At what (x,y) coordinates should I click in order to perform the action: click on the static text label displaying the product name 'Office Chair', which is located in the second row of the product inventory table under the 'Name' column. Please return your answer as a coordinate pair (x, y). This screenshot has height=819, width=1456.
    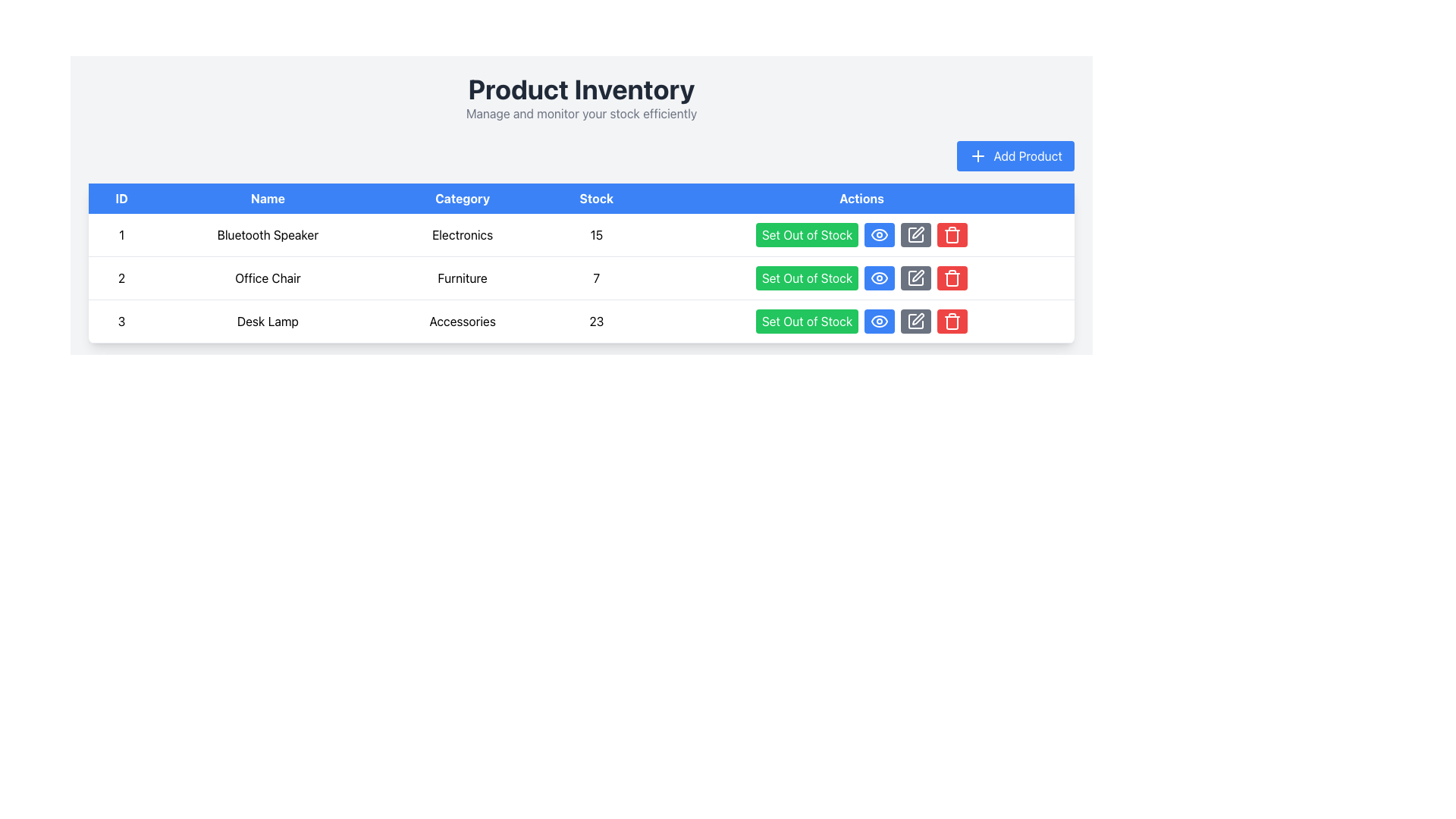
    Looking at the image, I should click on (268, 278).